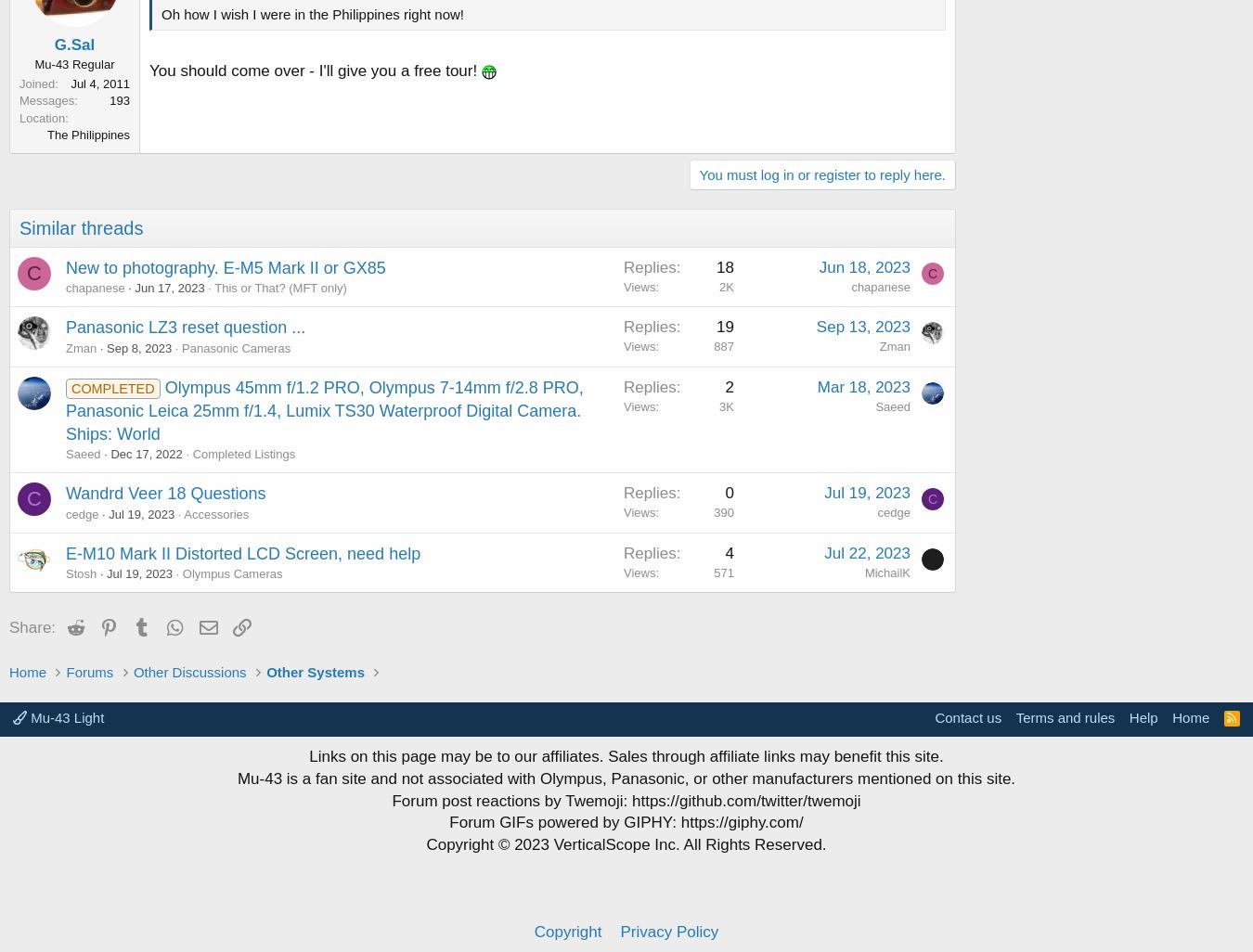 This screenshot has width=1253, height=952. I want to click on 'Forum post reactions by Twemoji: https://github.com/twitter/twemoji', so click(626, 800).